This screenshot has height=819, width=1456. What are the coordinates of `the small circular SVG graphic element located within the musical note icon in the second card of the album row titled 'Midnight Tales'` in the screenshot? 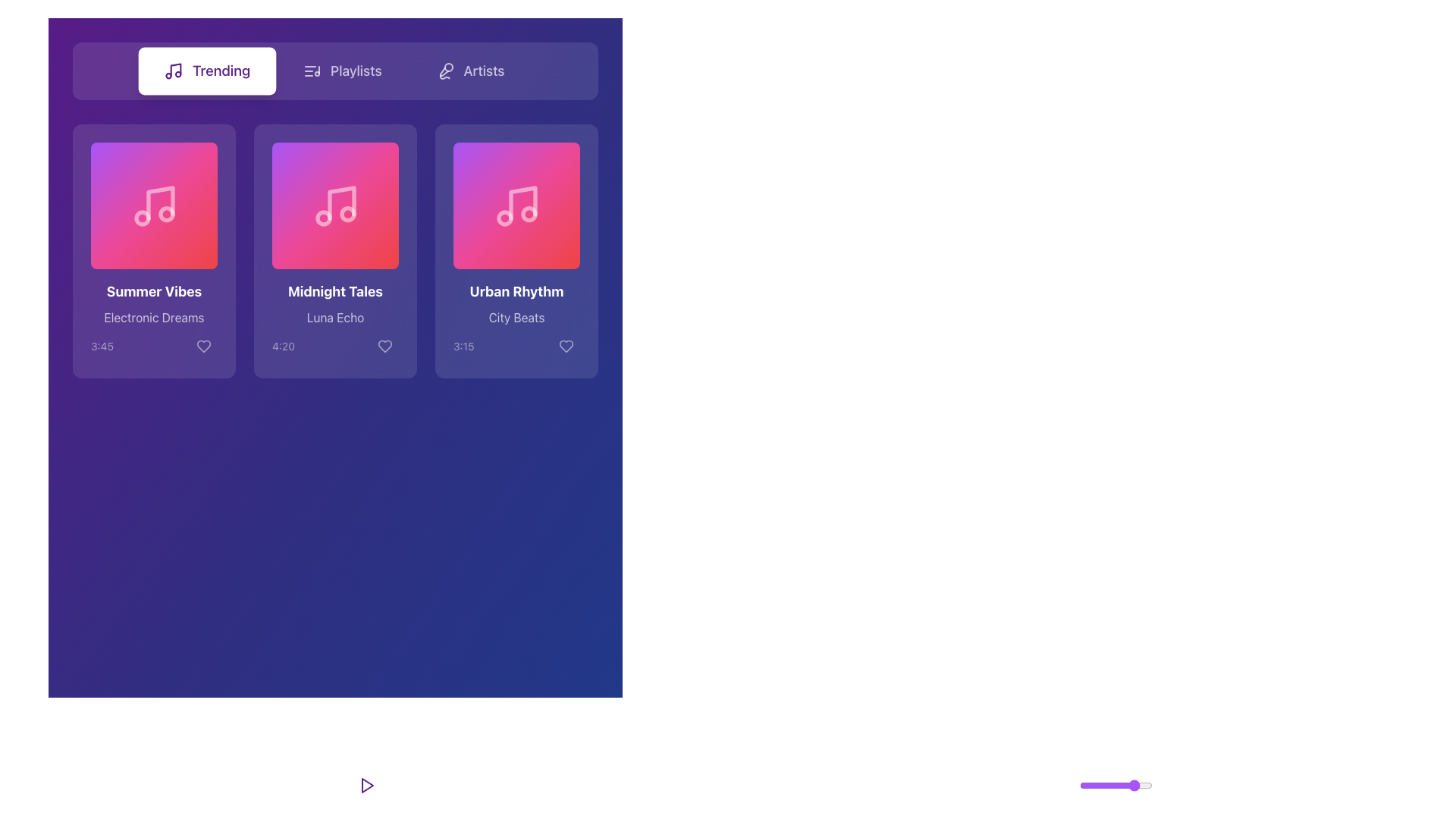 It's located at (322, 218).